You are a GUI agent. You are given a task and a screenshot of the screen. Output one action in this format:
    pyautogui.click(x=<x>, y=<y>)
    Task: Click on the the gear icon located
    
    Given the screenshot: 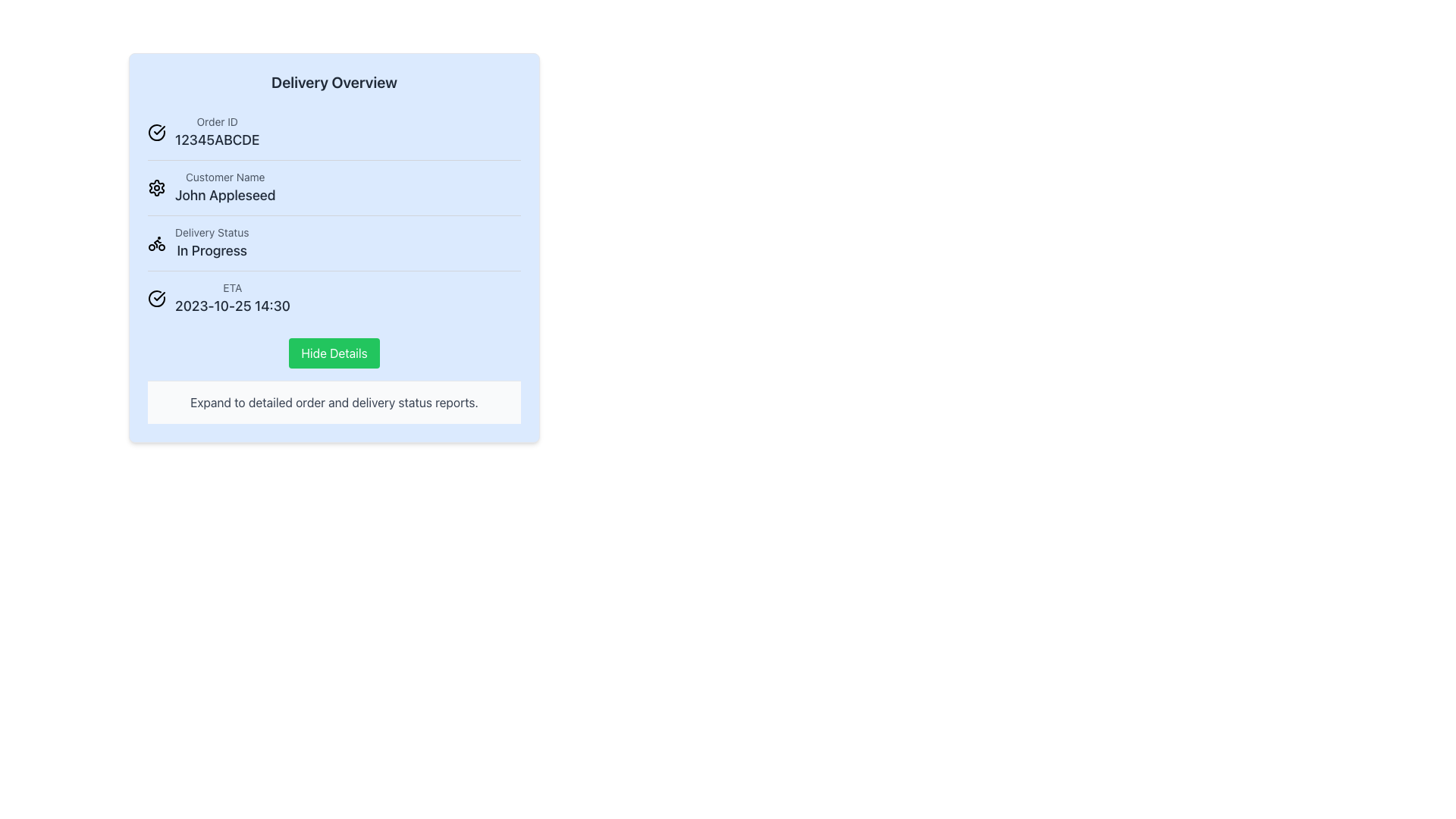 What is the action you would take?
    pyautogui.click(x=156, y=187)
    